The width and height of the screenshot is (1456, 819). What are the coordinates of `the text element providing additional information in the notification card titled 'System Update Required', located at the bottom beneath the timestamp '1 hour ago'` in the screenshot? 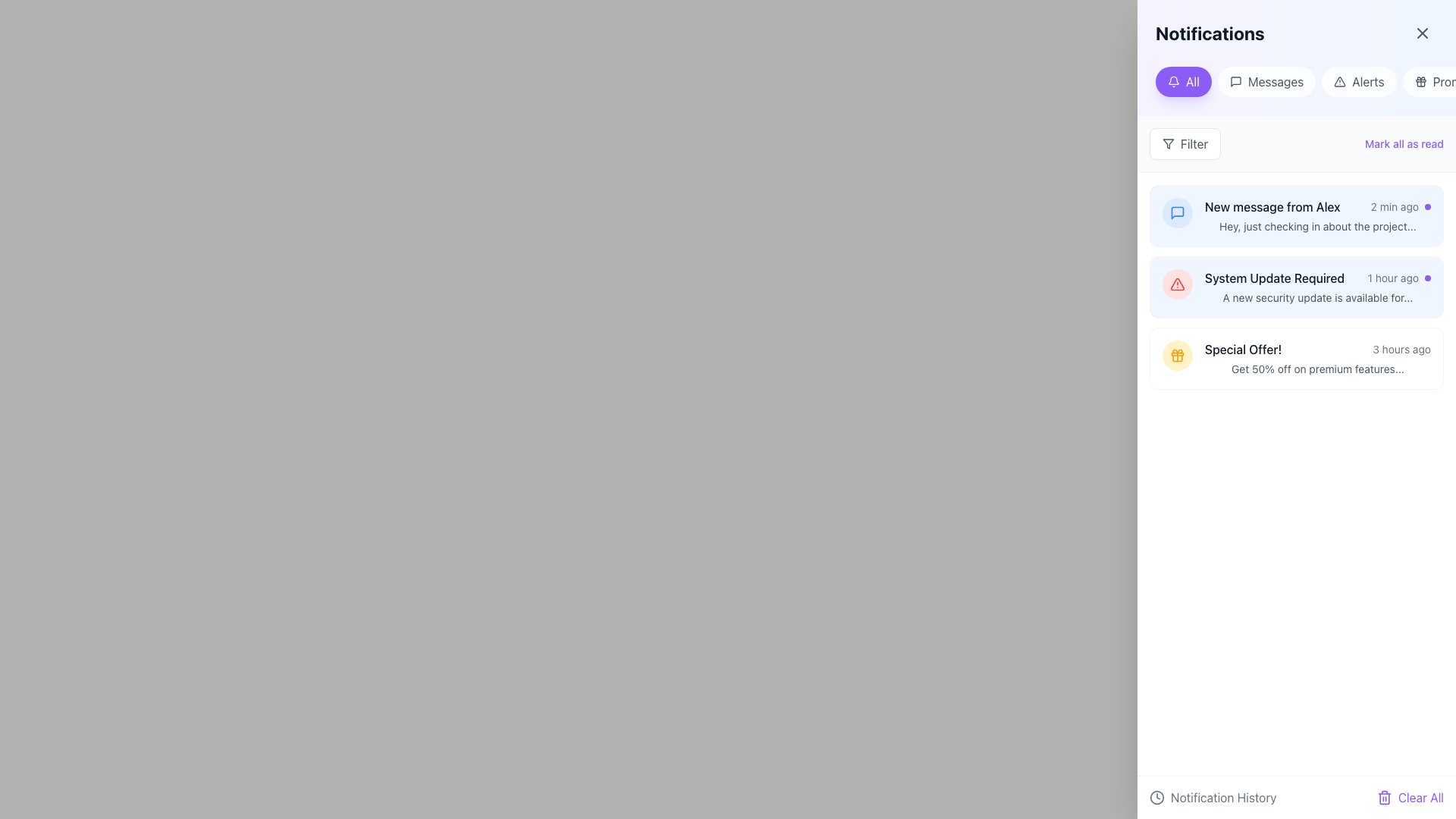 It's located at (1316, 298).